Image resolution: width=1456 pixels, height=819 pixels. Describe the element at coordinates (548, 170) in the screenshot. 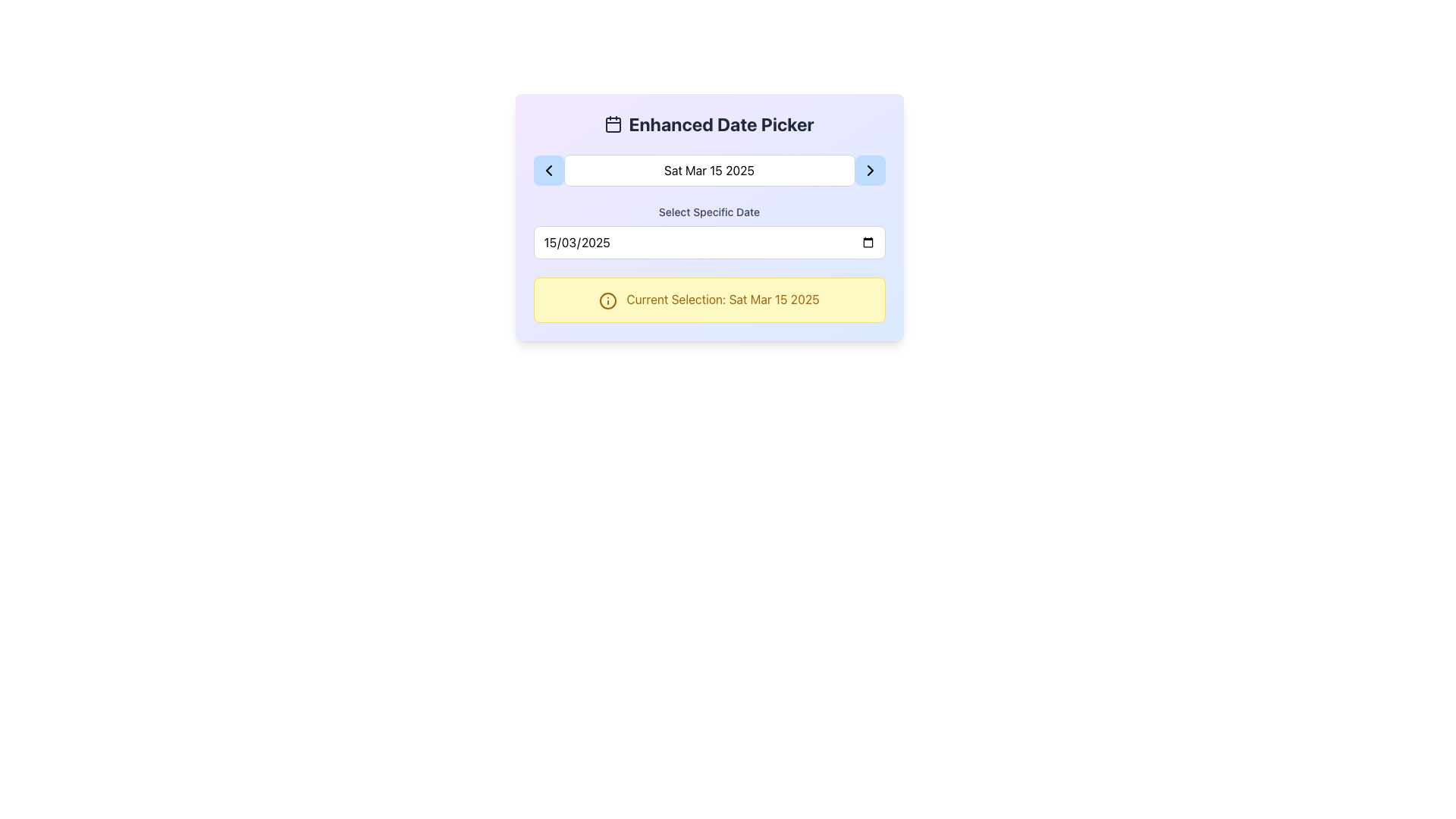

I see `the navigation button located in the left section of the primary navigation row of the Enhanced Date Picker` at that location.